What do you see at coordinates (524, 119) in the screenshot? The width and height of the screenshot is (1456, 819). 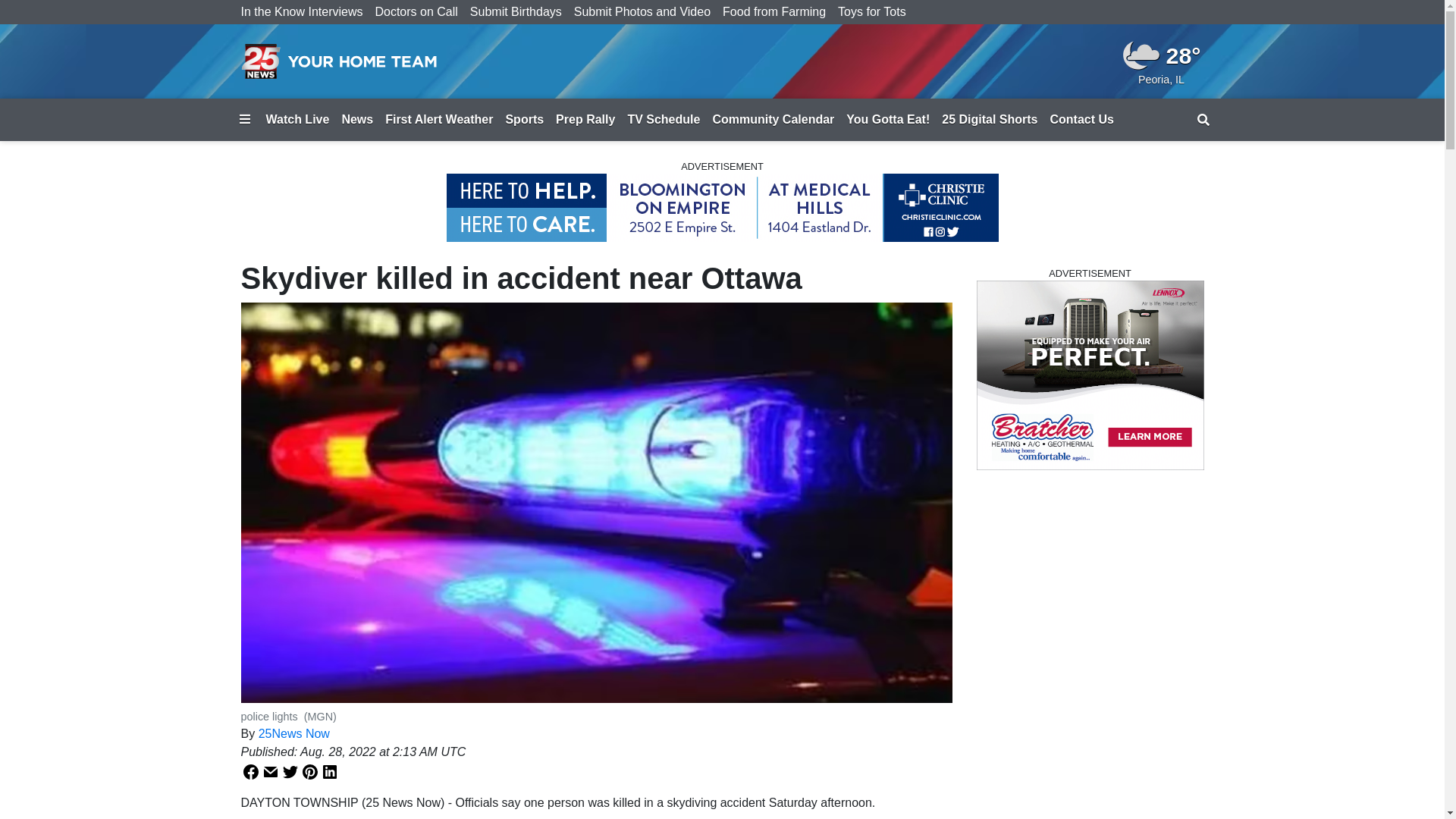 I see `'Sports'` at bounding box center [524, 119].